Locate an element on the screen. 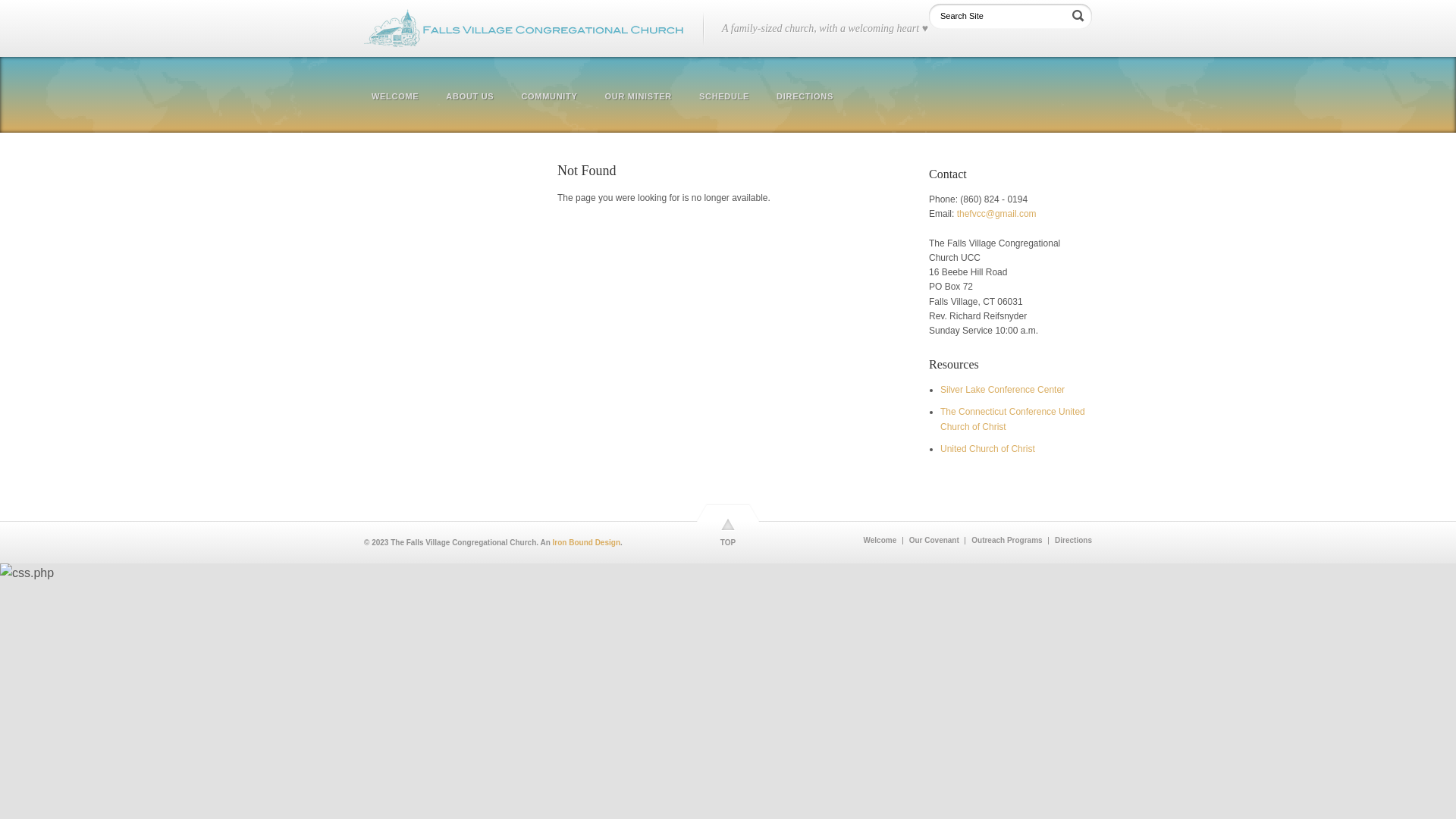 The width and height of the screenshot is (1456, 819). 'ABOUT US' is located at coordinates (431, 96).